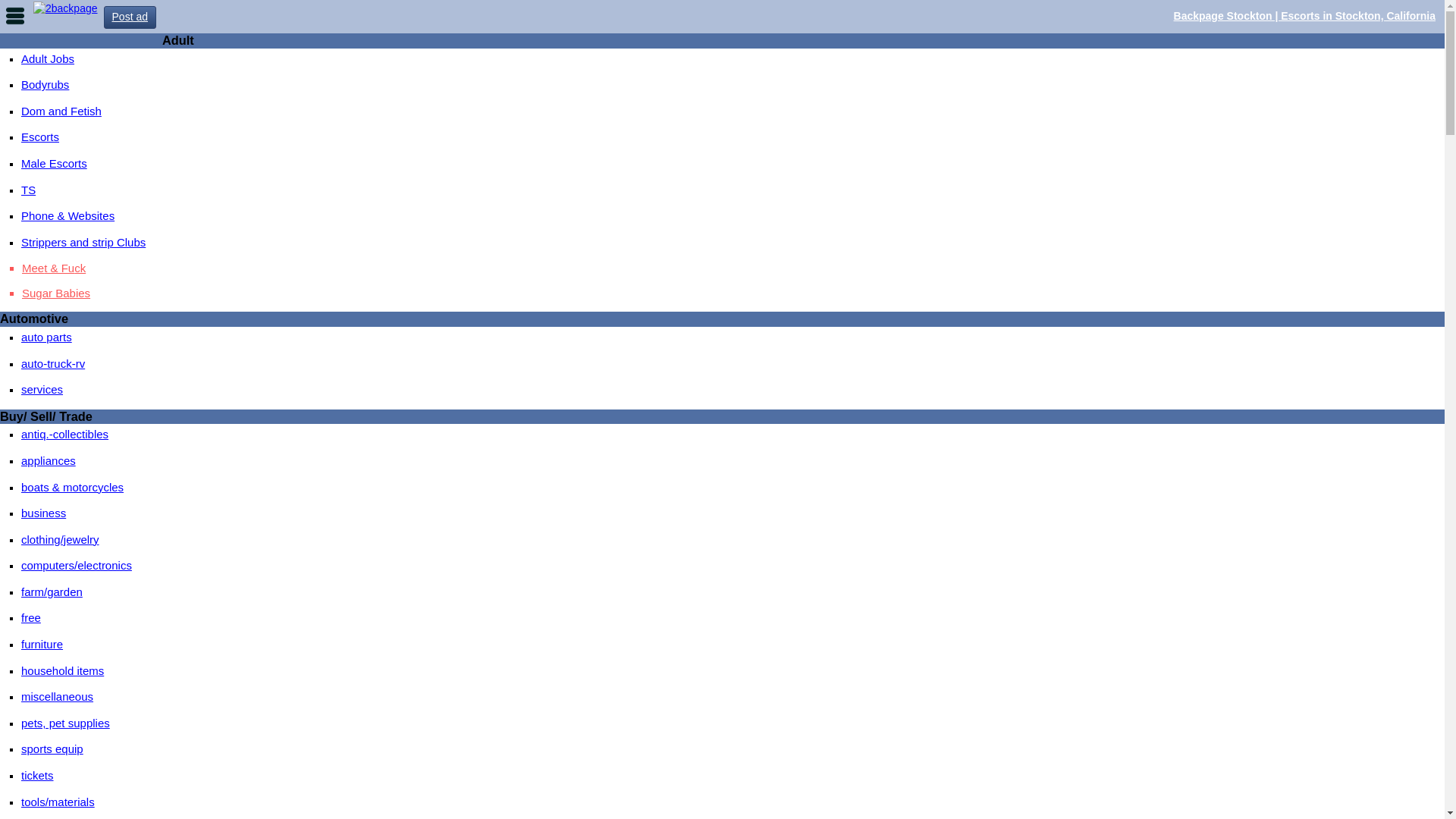 The image size is (1456, 819). I want to click on 'boats & motorcycles', so click(71, 487).